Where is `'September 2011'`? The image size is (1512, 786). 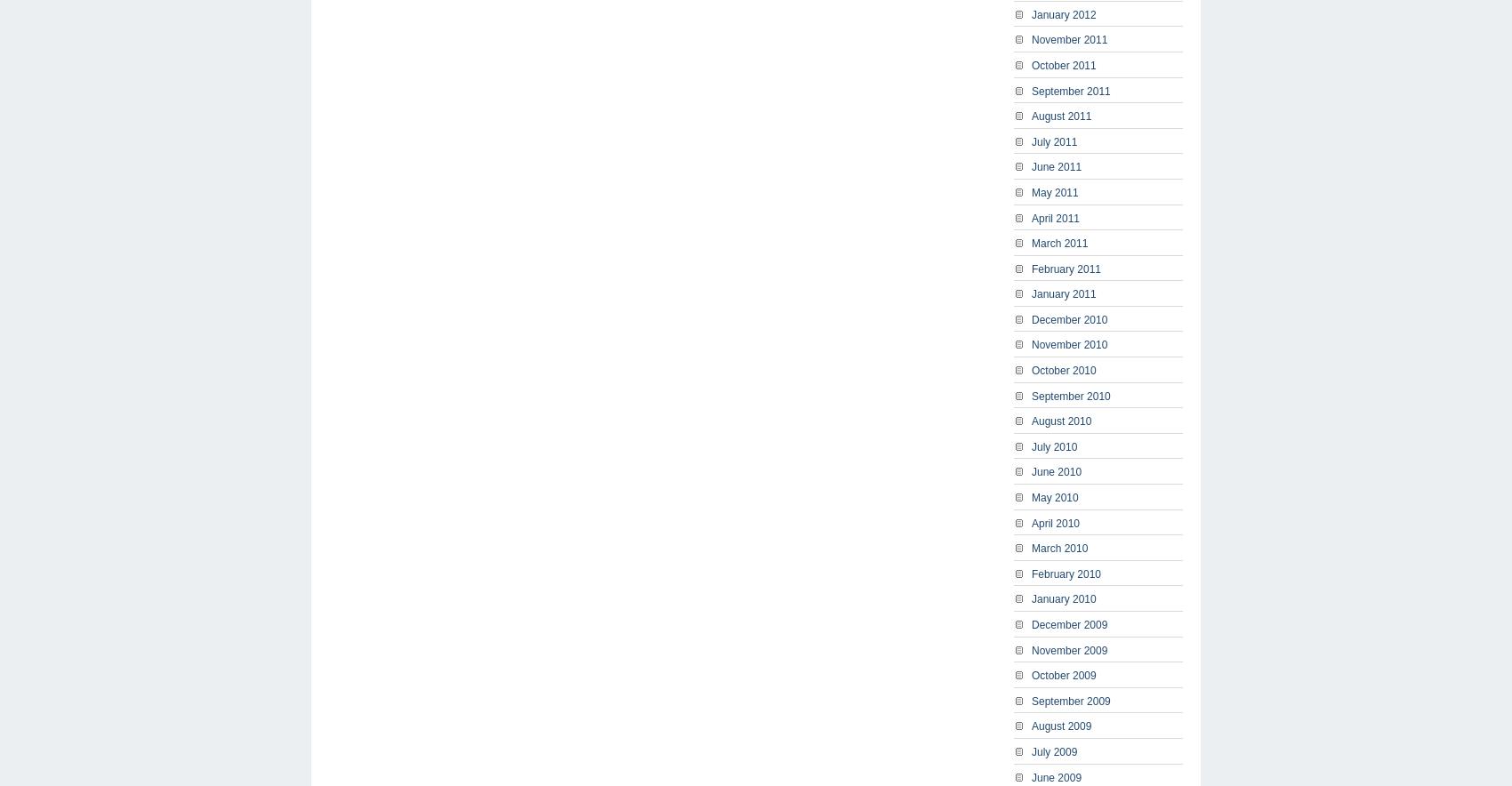 'September 2011' is located at coordinates (1032, 91).